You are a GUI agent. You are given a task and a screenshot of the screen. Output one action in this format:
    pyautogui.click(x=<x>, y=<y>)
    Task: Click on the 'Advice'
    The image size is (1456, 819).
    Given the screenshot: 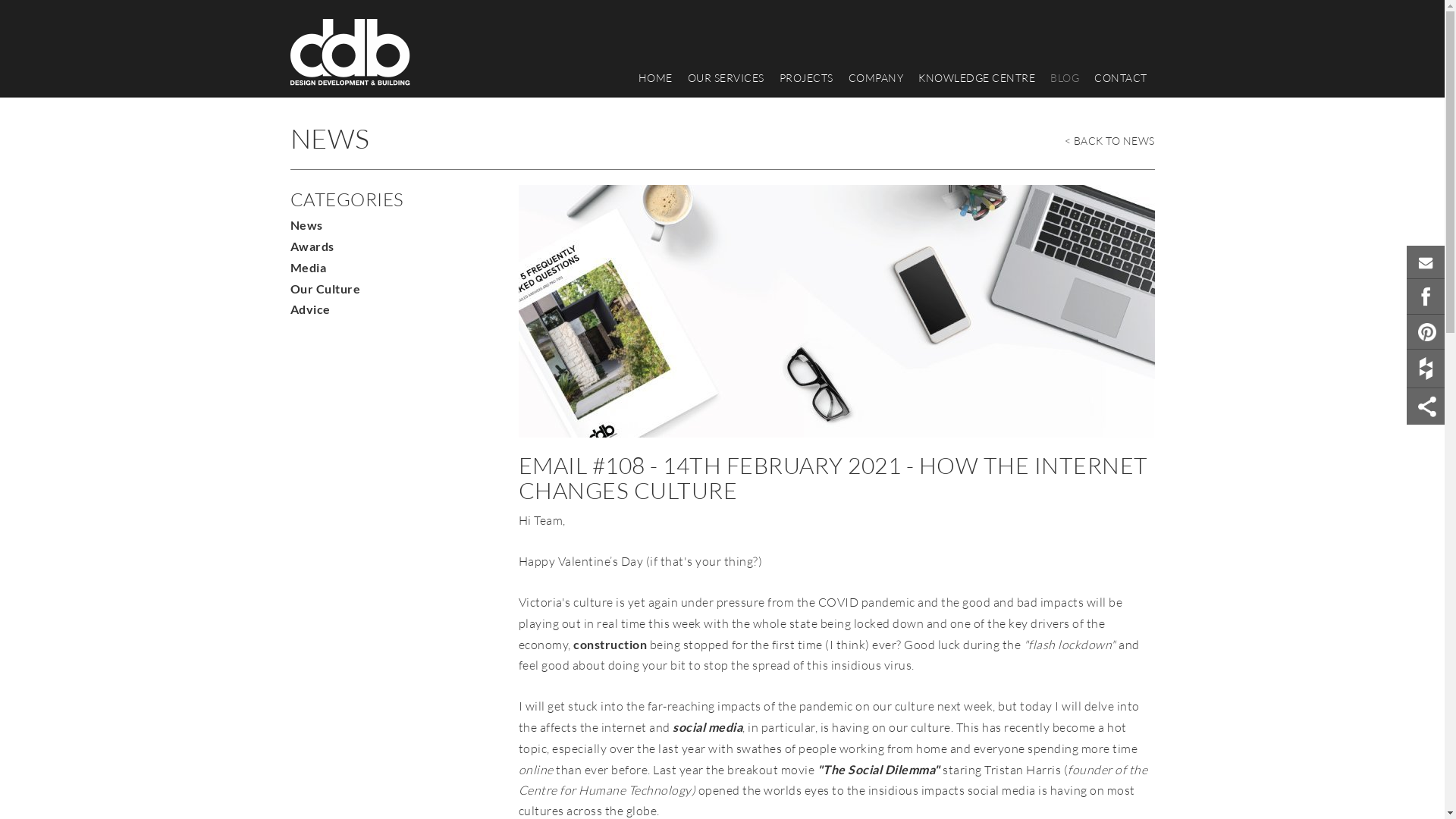 What is the action you would take?
    pyautogui.click(x=309, y=308)
    